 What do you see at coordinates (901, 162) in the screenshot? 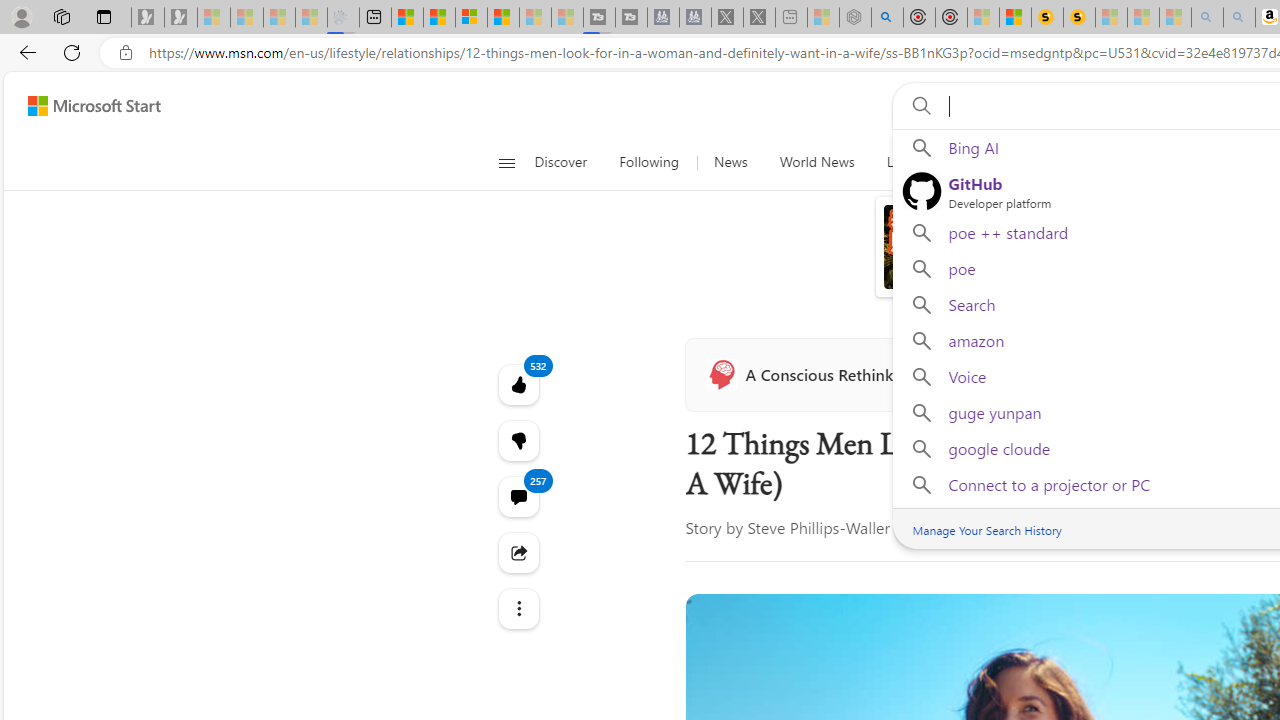
I see `'Local'` at bounding box center [901, 162].